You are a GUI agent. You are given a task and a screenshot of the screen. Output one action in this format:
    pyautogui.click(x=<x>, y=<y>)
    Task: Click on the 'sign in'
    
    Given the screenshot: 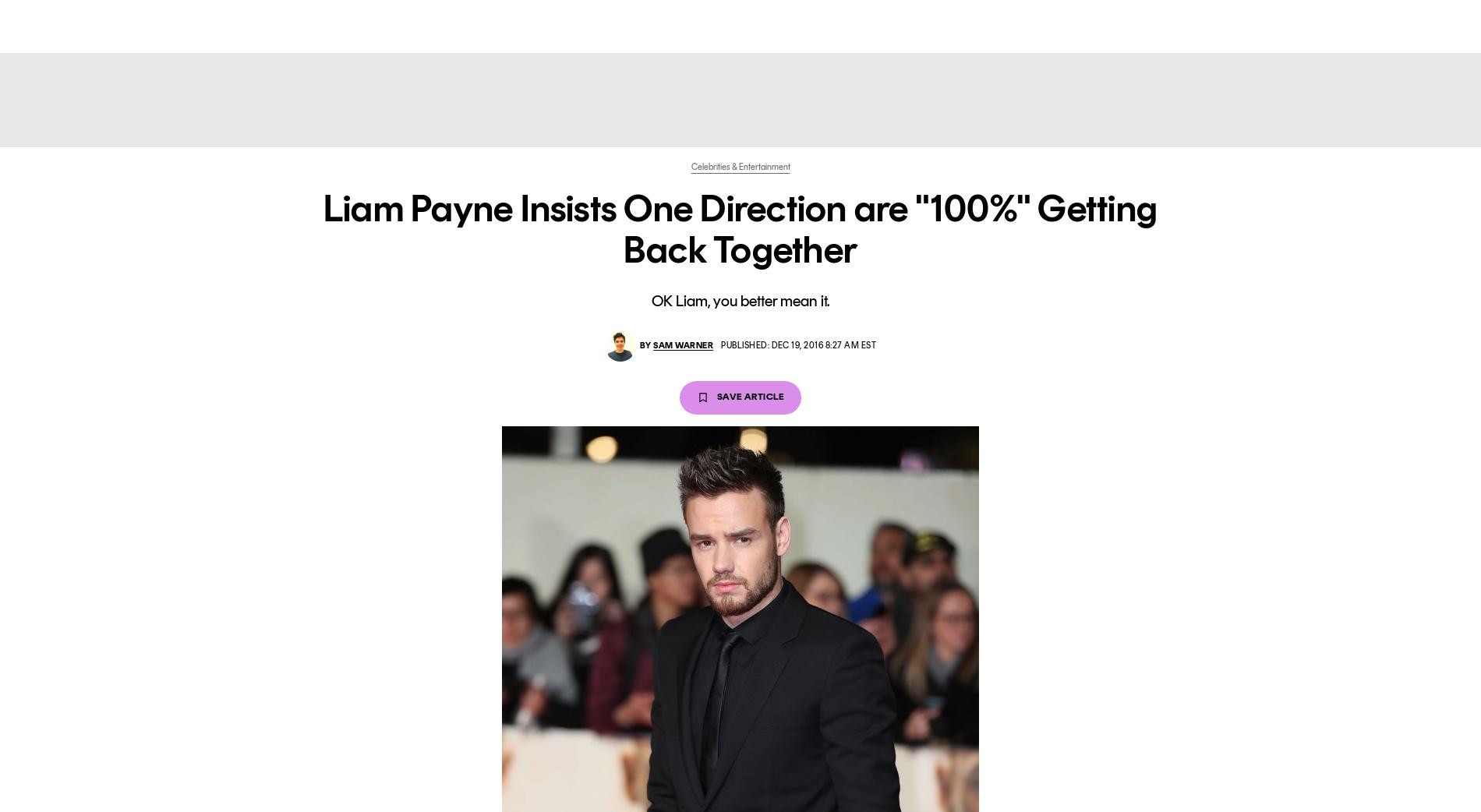 What is the action you would take?
    pyautogui.click(x=1190, y=25)
    